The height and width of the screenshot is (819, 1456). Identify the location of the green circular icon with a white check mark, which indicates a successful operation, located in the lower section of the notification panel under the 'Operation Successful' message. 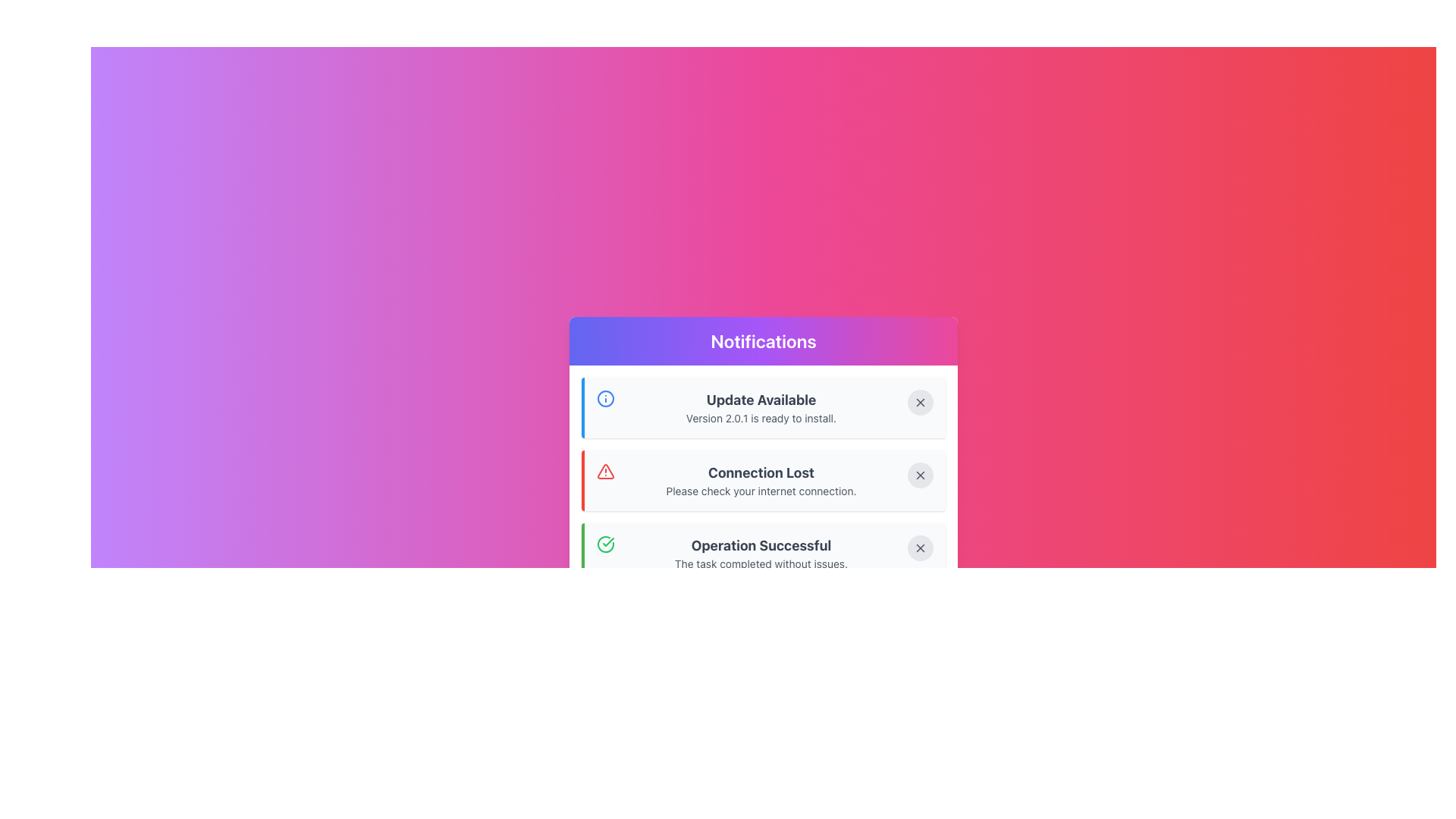
(604, 543).